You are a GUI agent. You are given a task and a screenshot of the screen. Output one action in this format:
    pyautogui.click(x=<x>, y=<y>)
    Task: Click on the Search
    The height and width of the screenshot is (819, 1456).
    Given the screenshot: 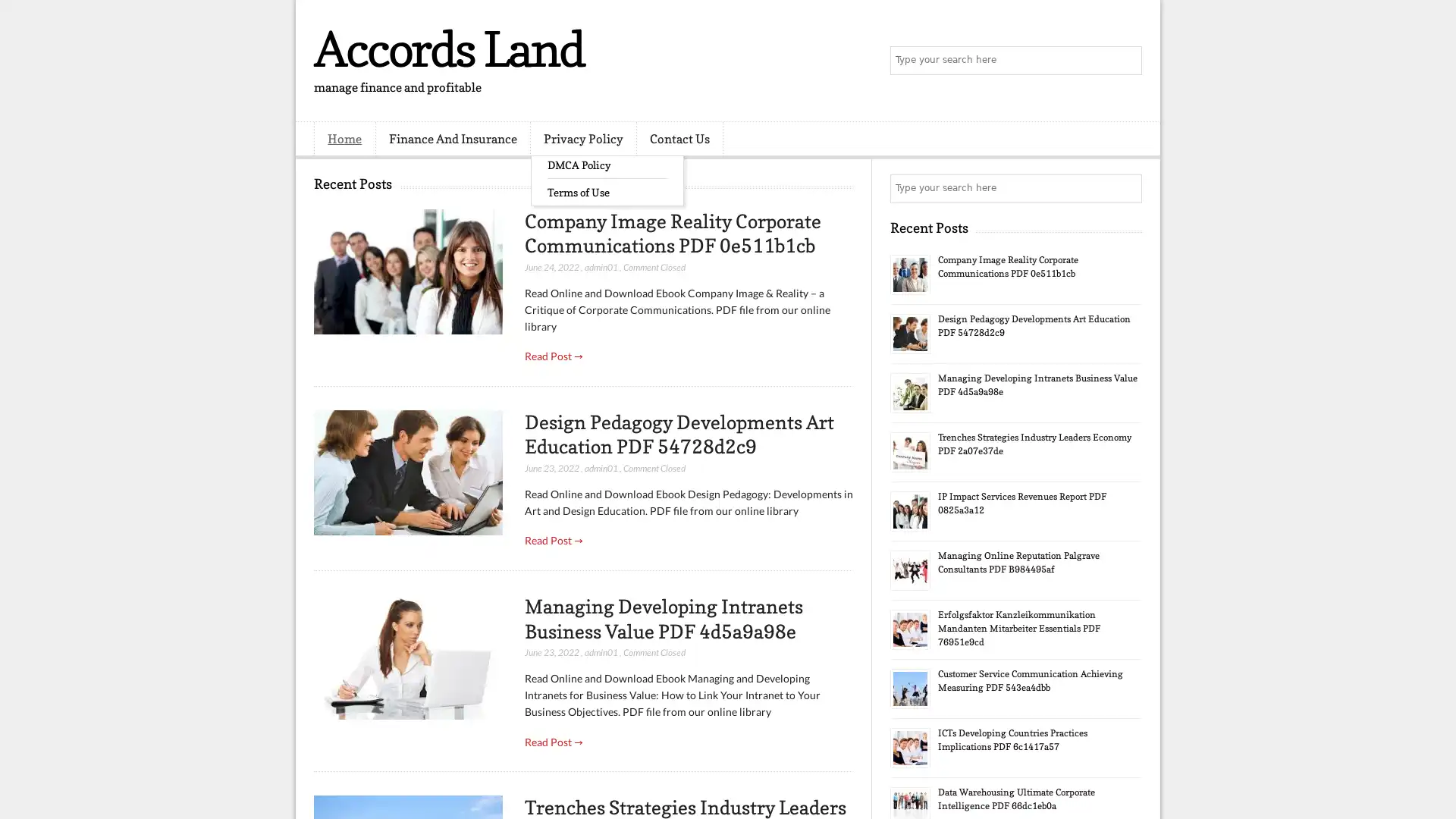 What is the action you would take?
    pyautogui.click(x=1126, y=188)
    